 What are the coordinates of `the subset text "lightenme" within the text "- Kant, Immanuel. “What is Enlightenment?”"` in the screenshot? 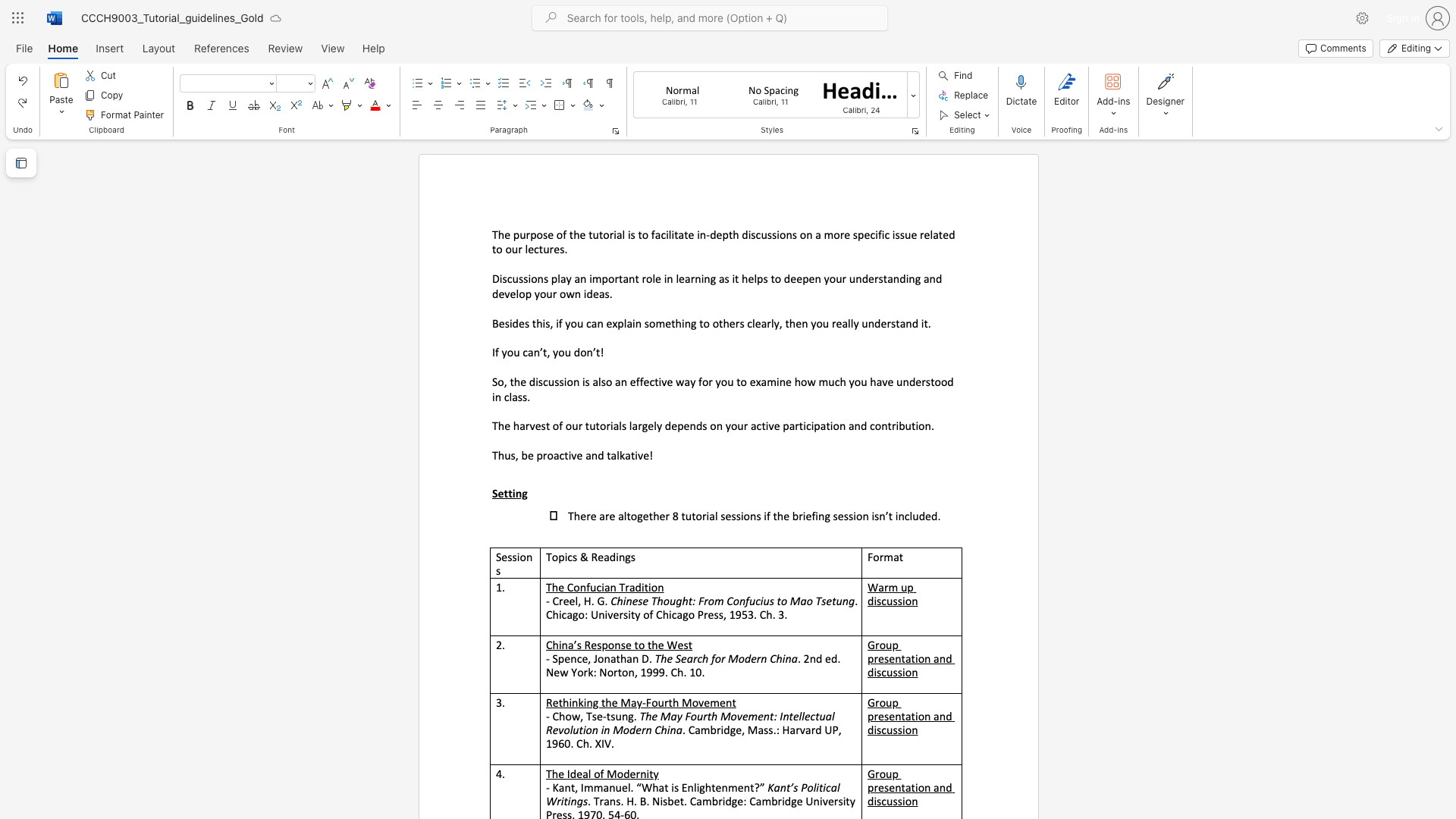 It's located at (692, 786).